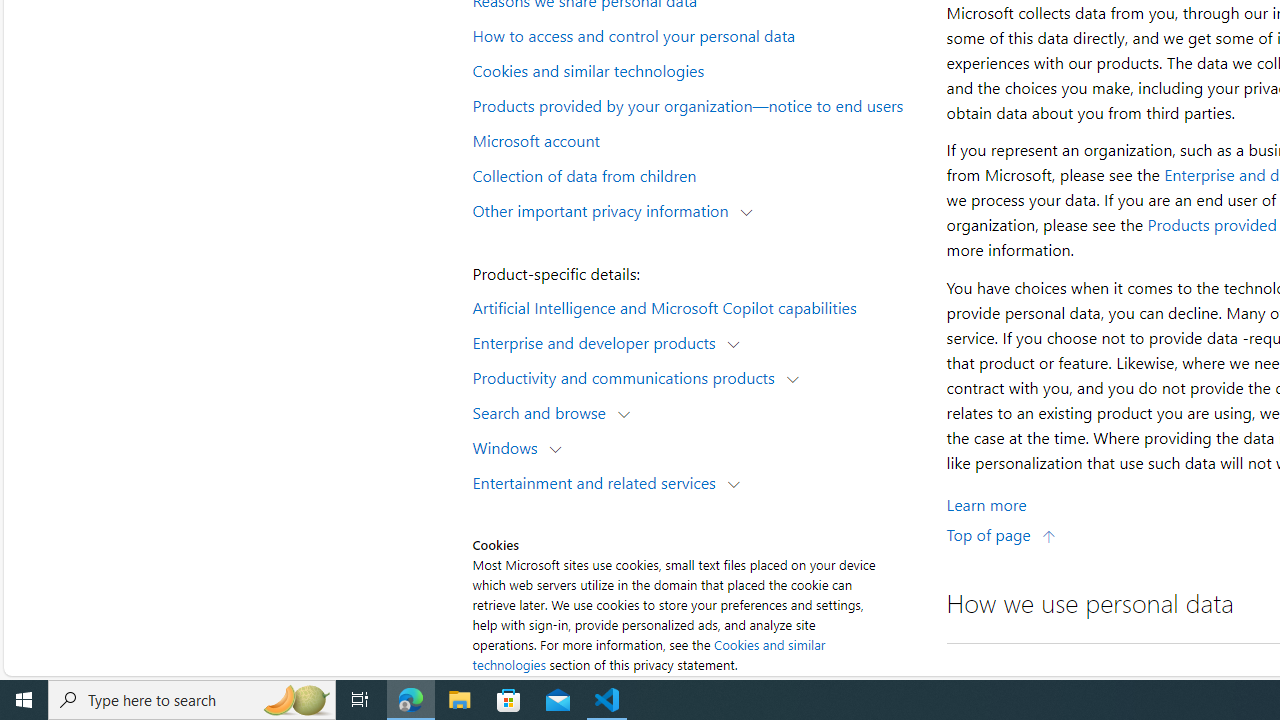 The width and height of the screenshot is (1280, 720). Describe the element at coordinates (696, 306) in the screenshot. I see `'Artificial Intelligence and Microsoft Copilot capabilities'` at that location.